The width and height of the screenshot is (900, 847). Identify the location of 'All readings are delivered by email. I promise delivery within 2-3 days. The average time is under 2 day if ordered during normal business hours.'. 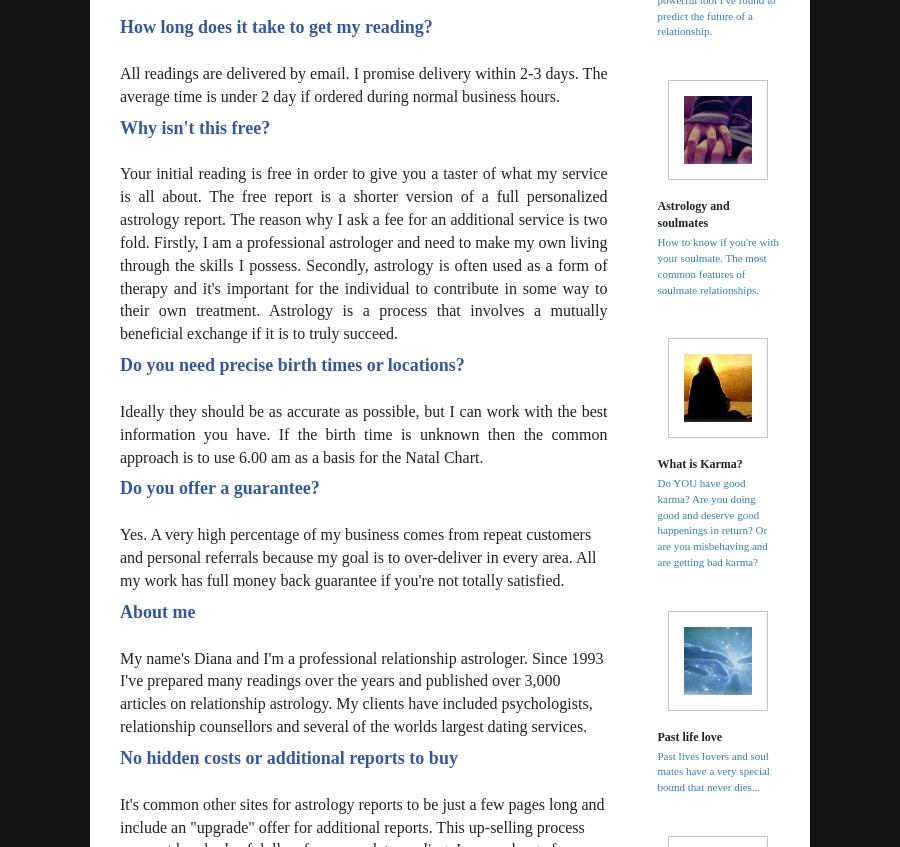
(119, 84).